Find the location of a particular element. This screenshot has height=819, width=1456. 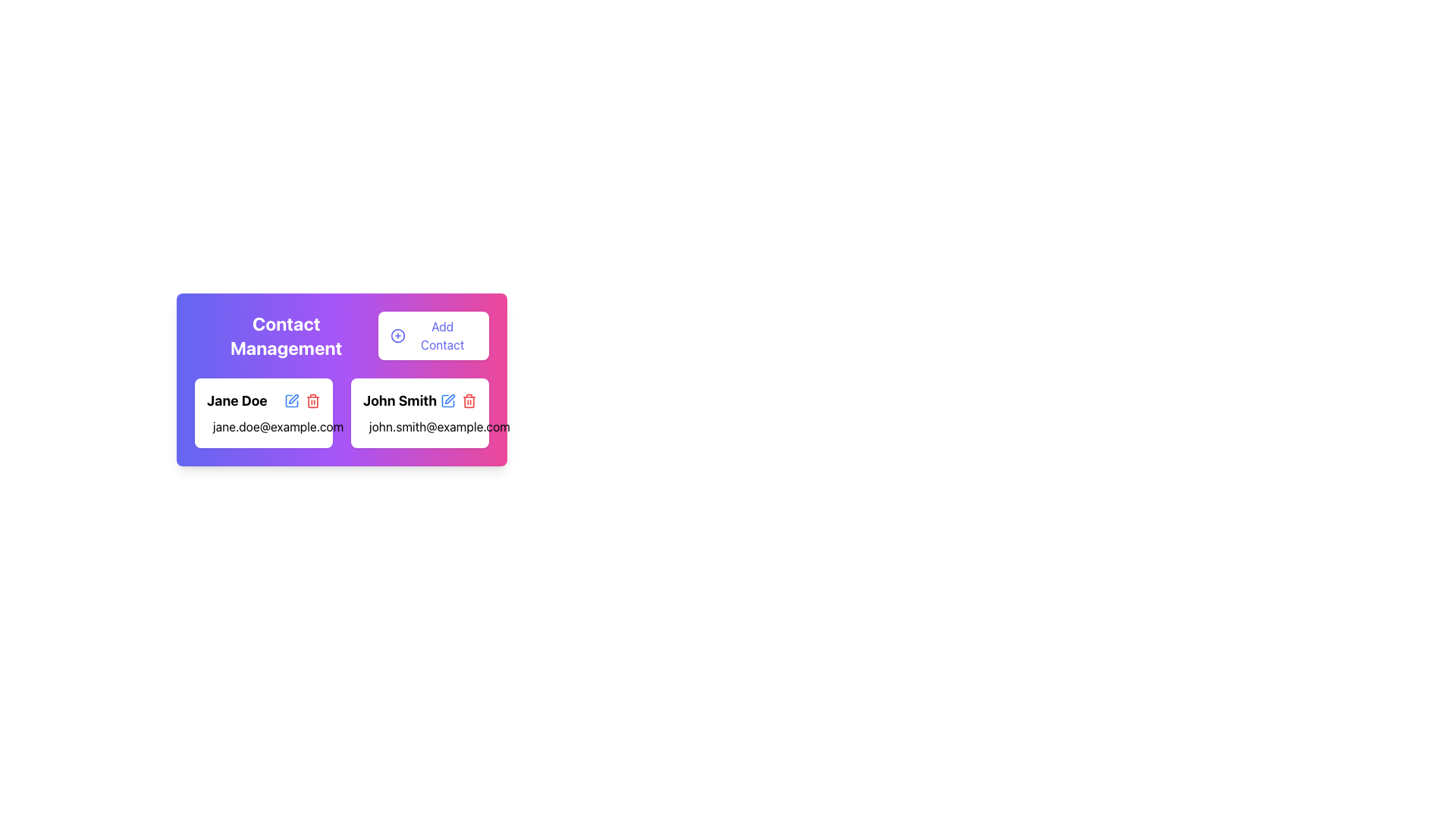

the 'Add New Contact' button located to the right of the 'Contact Management' text is located at coordinates (432, 335).